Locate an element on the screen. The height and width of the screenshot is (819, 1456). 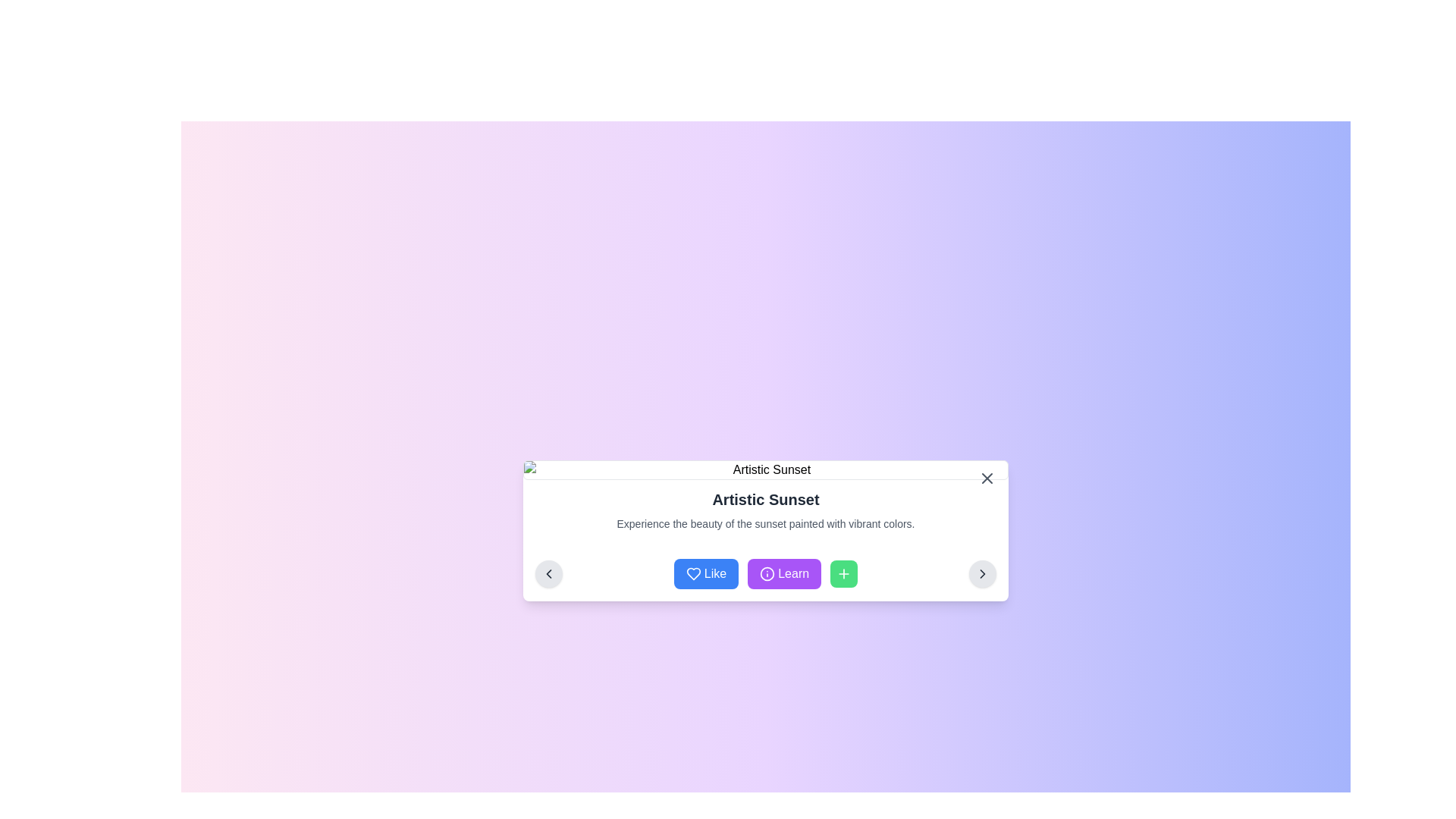
image placeholder with rounded borders that has the alternate text description 'Artistic Sunset' and is located above the title text 'Artistic Sunset' is located at coordinates (765, 469).